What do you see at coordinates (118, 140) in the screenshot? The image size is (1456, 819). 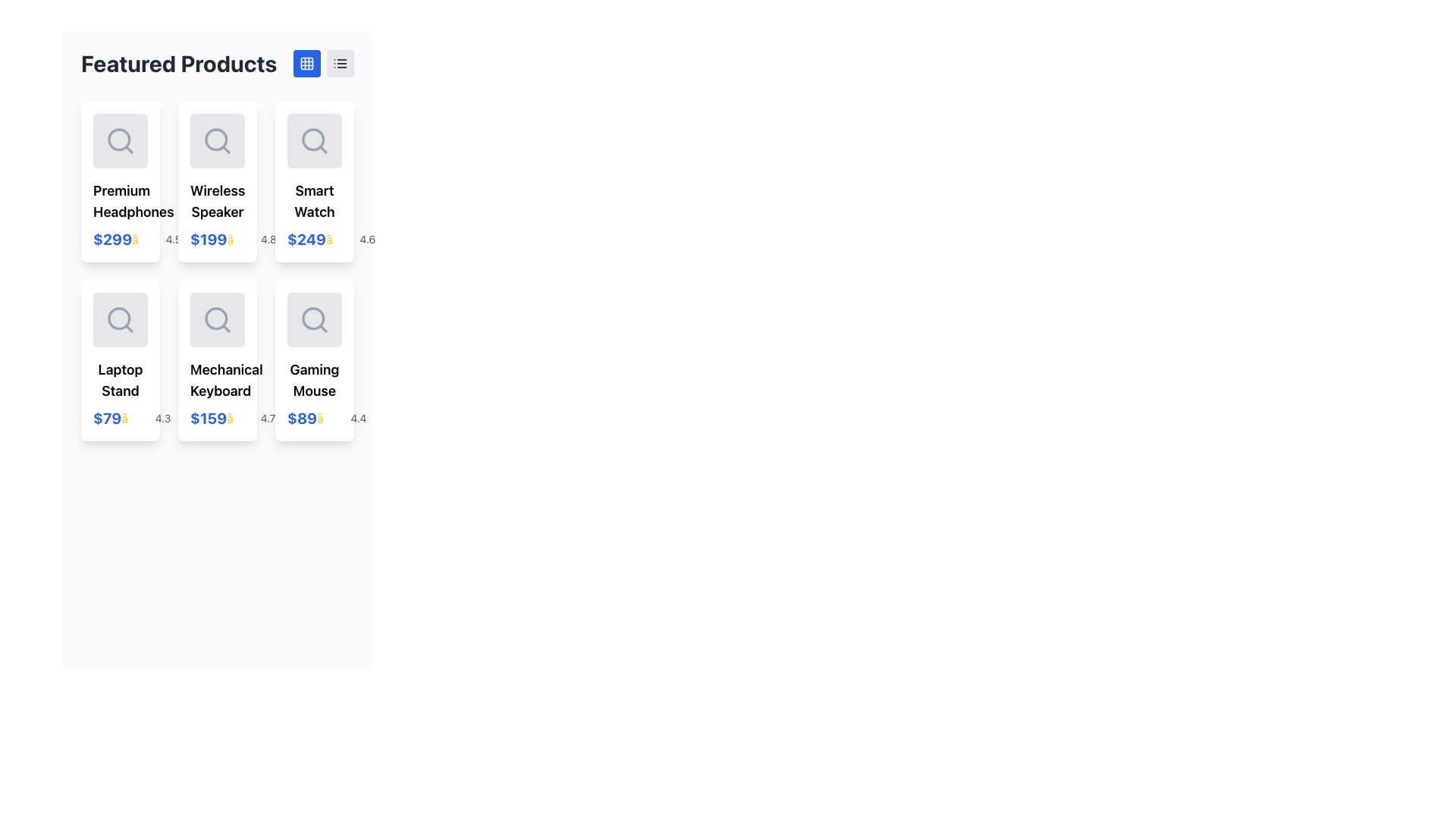 I see `the circular component of the magnifying glass icon in the top-left item of the grid representing 'Premium Headphones'` at bounding box center [118, 140].